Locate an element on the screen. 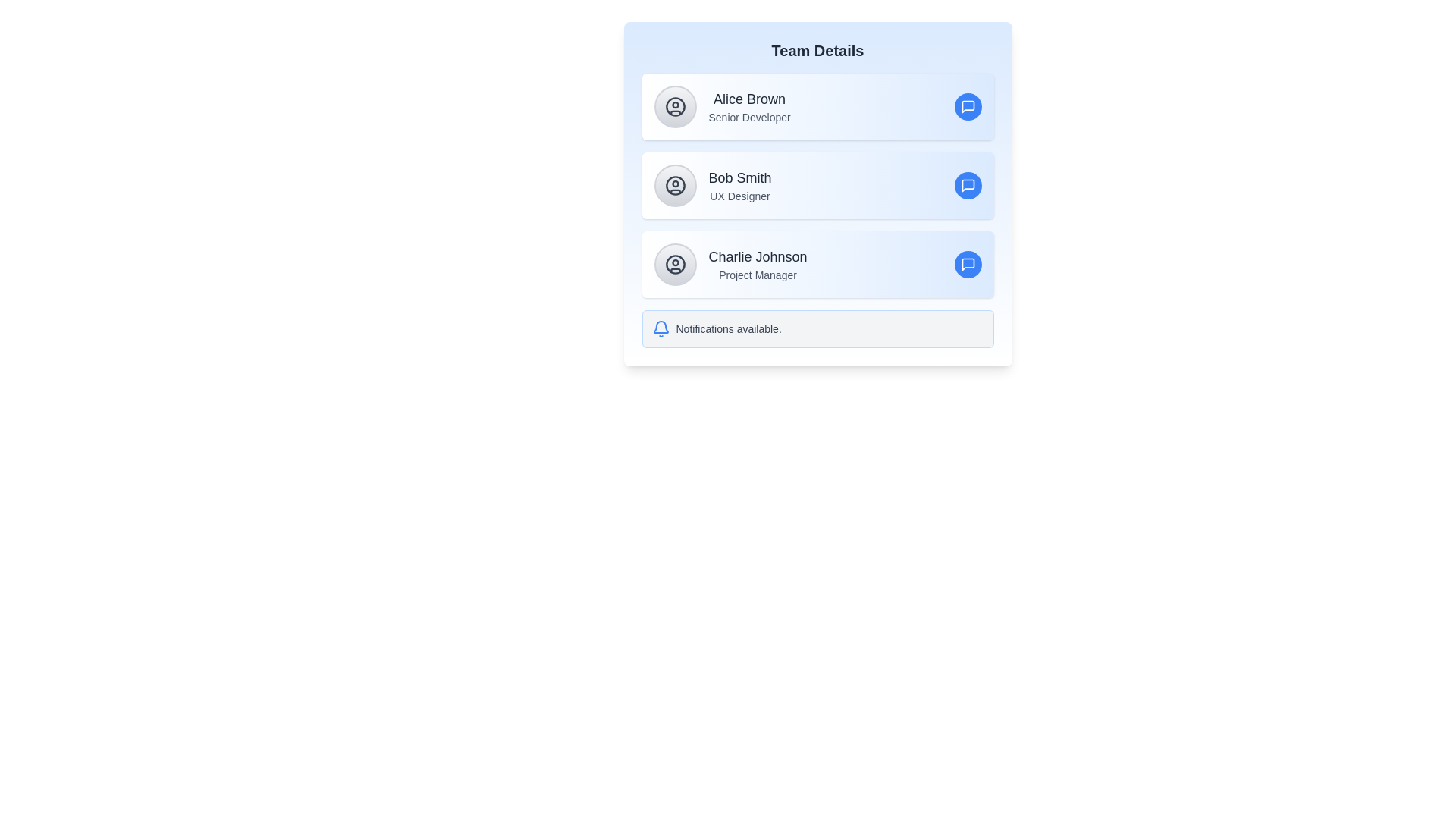 The width and height of the screenshot is (1456, 819). the second list item in the 'Team Details' card that contains profile details for 'Bob Smith' is located at coordinates (817, 185).